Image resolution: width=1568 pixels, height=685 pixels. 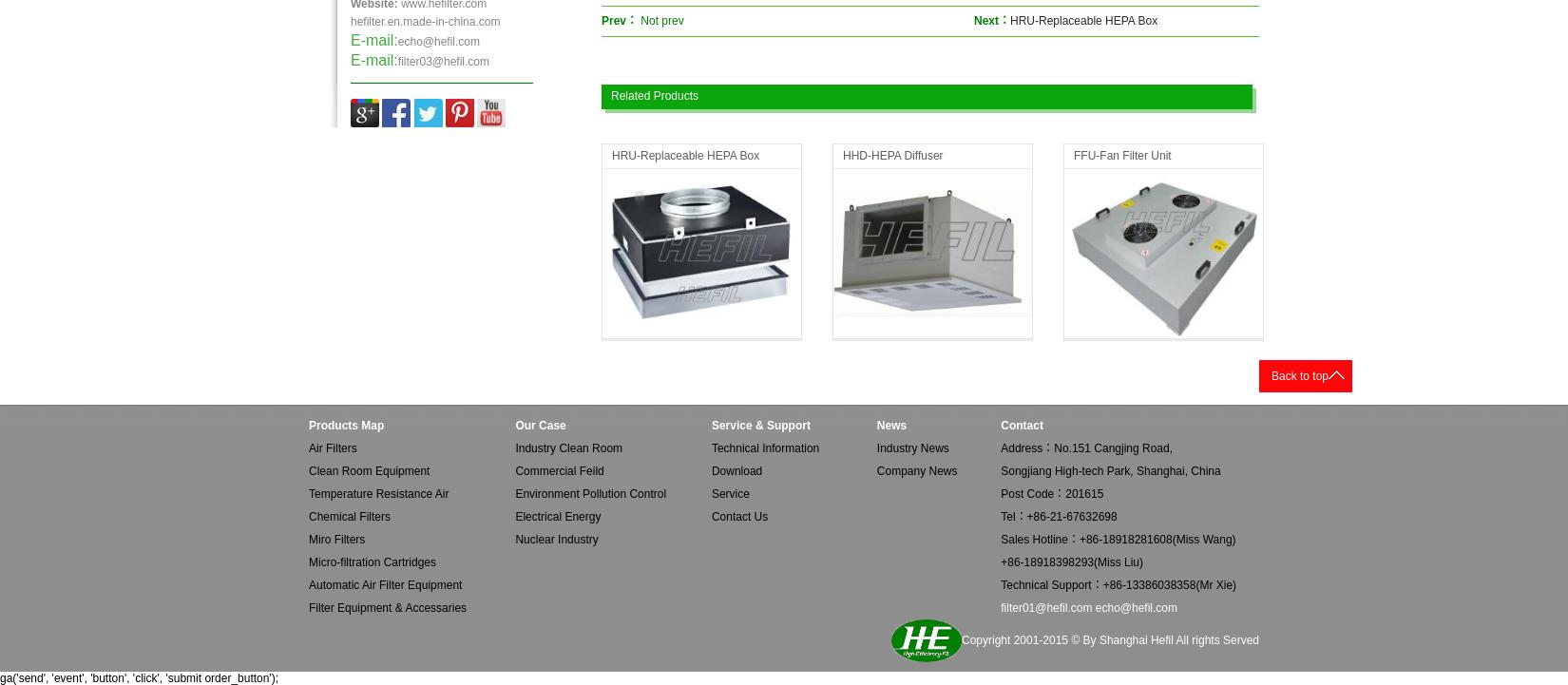 I want to click on 'Service', so click(x=729, y=493).